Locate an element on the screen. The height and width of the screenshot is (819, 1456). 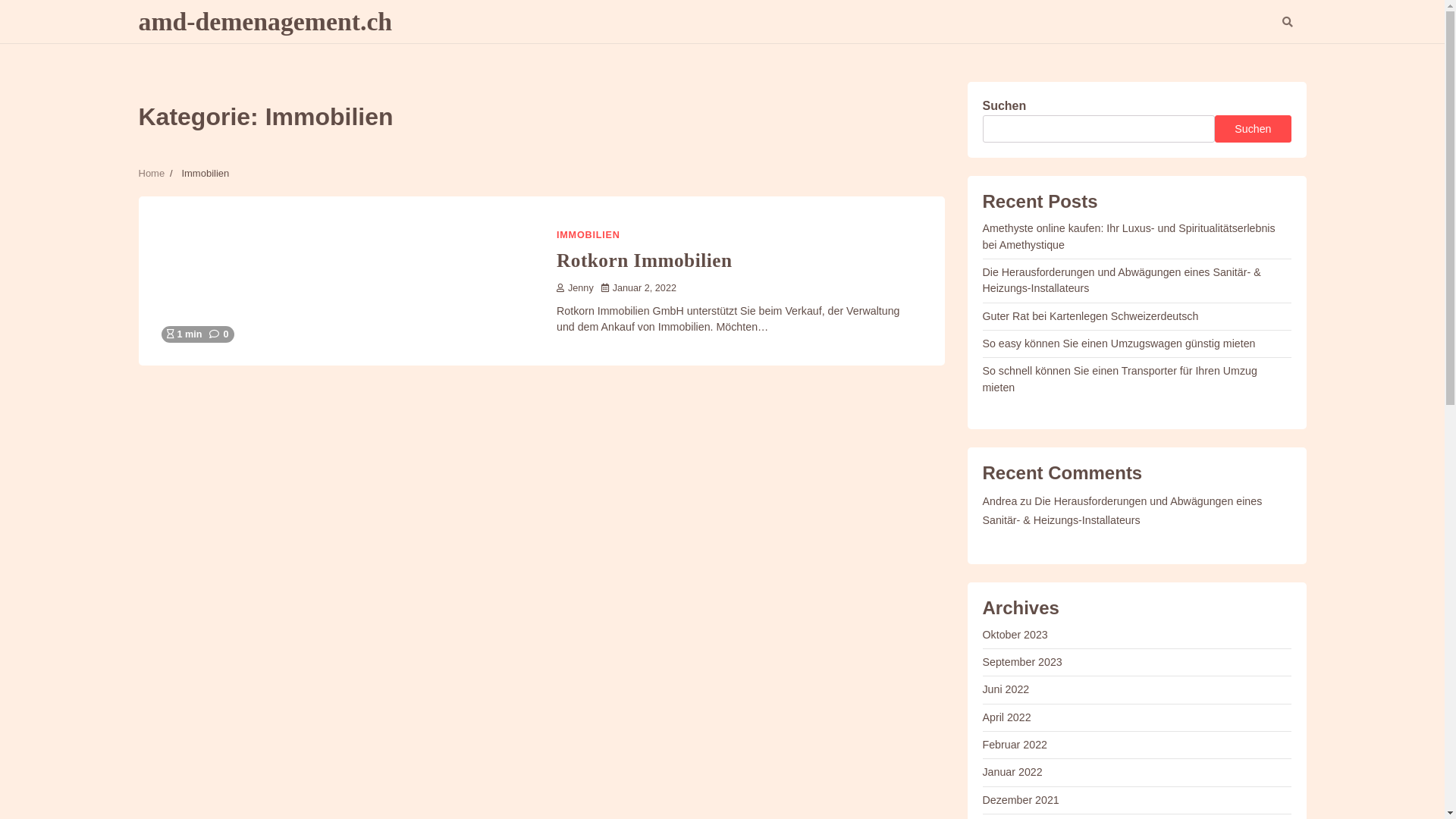
'Juni 2022' is located at coordinates (1006, 689).